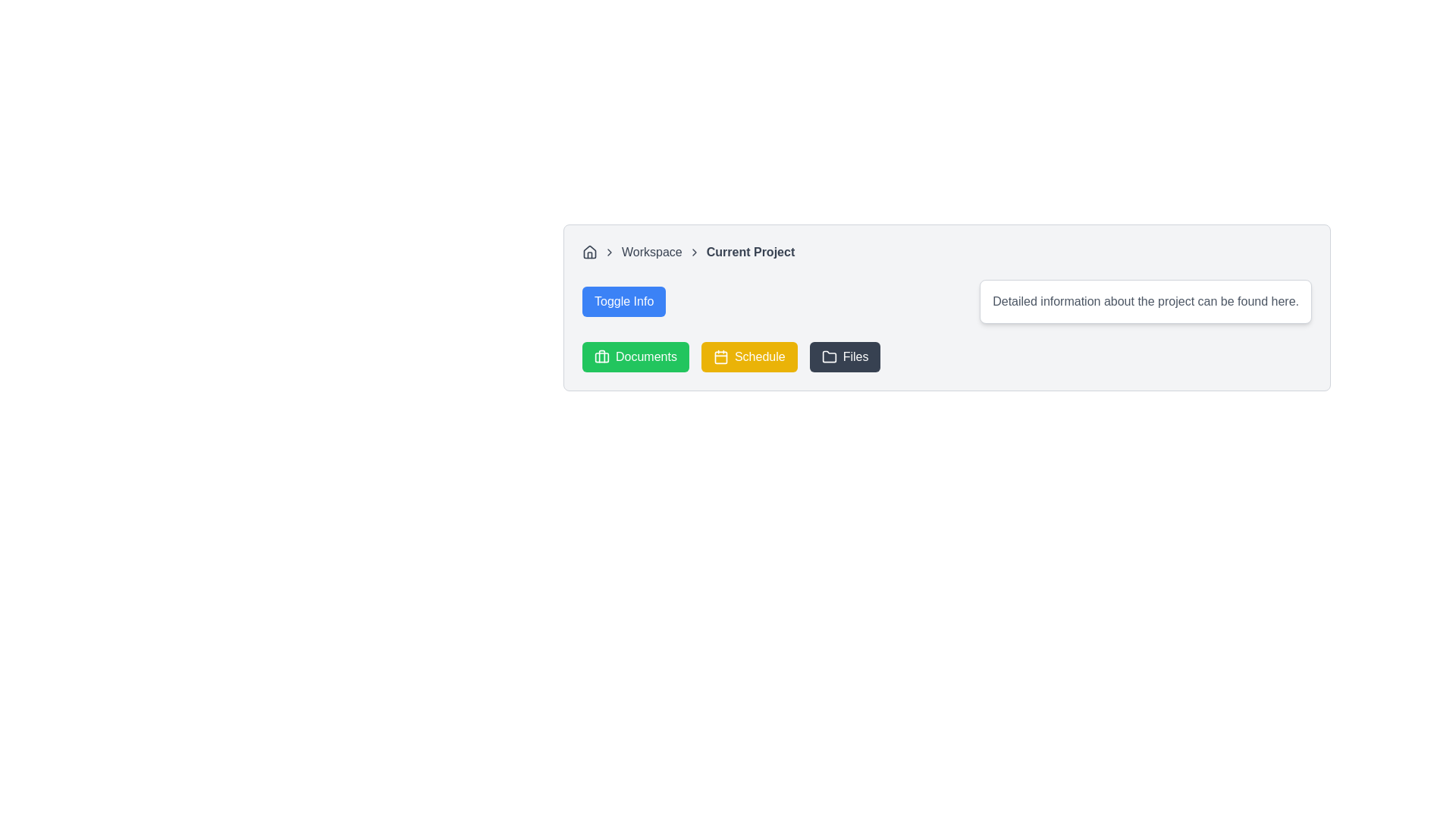 The image size is (1456, 819). What do you see at coordinates (828, 356) in the screenshot?
I see `the 'Files' icon, which is the third icon in the horizontal set located at the bottom right of the navigation area` at bounding box center [828, 356].